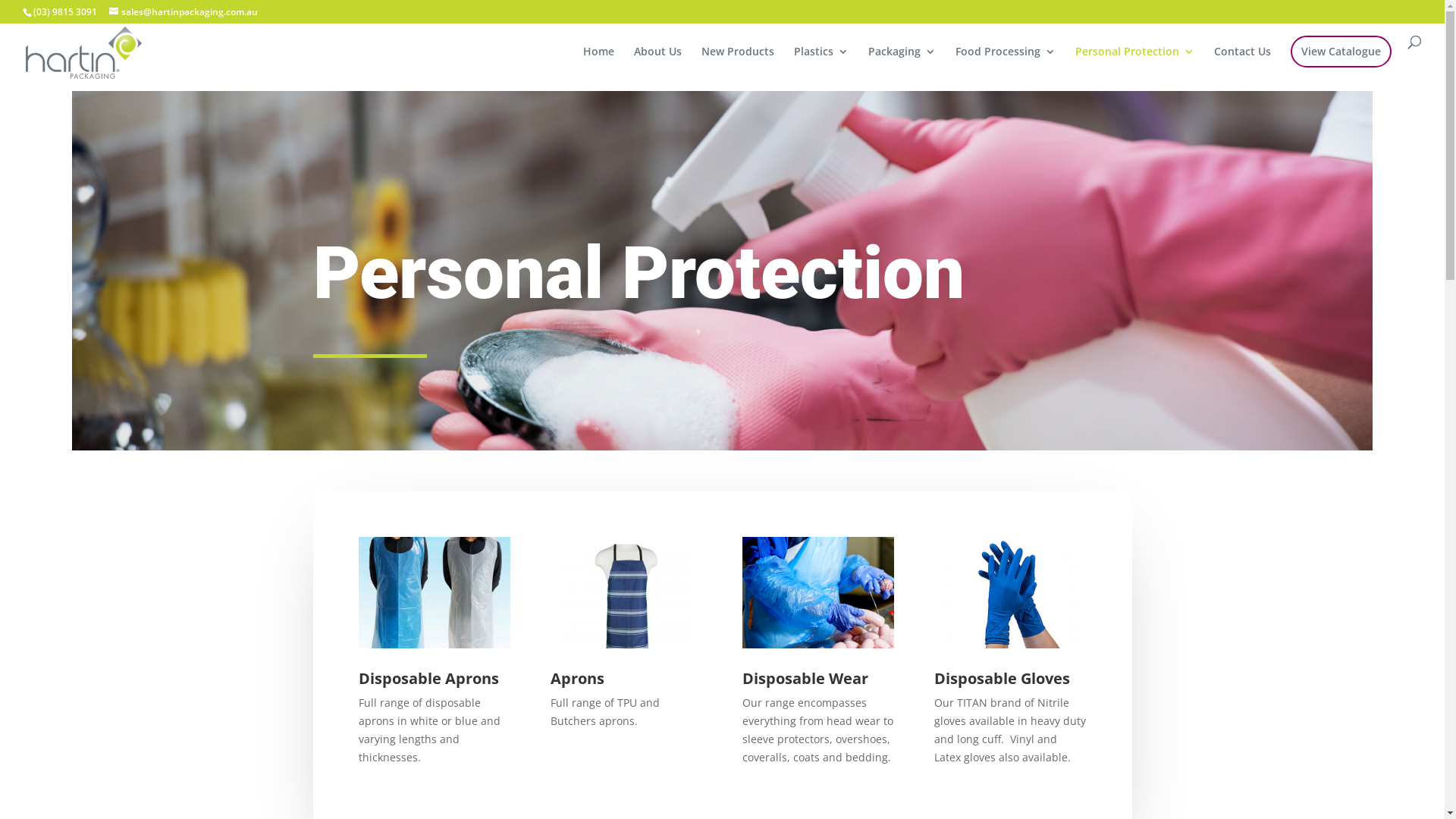 The image size is (1456, 819). Describe the element at coordinates (64, 11) in the screenshot. I see `'(03) 9815 3091'` at that location.